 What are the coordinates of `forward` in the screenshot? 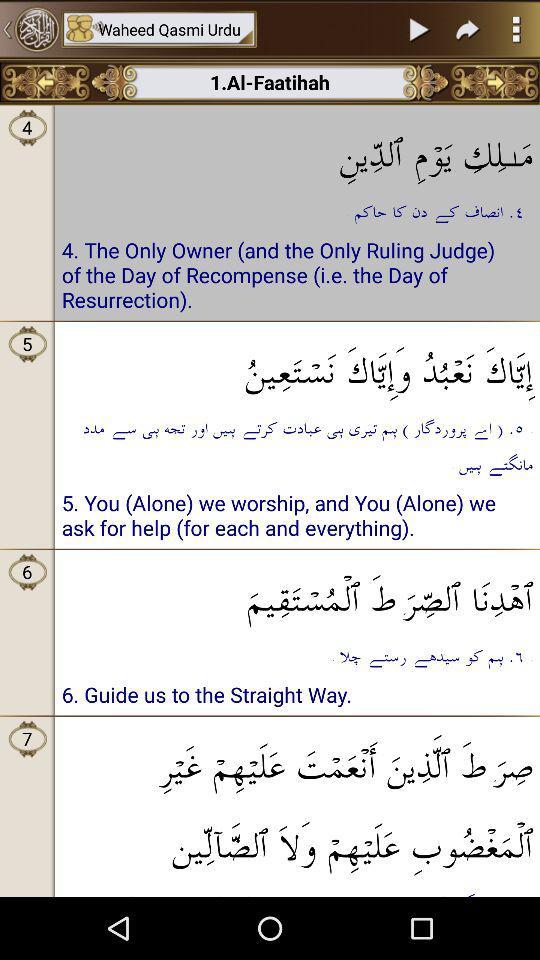 It's located at (468, 28).